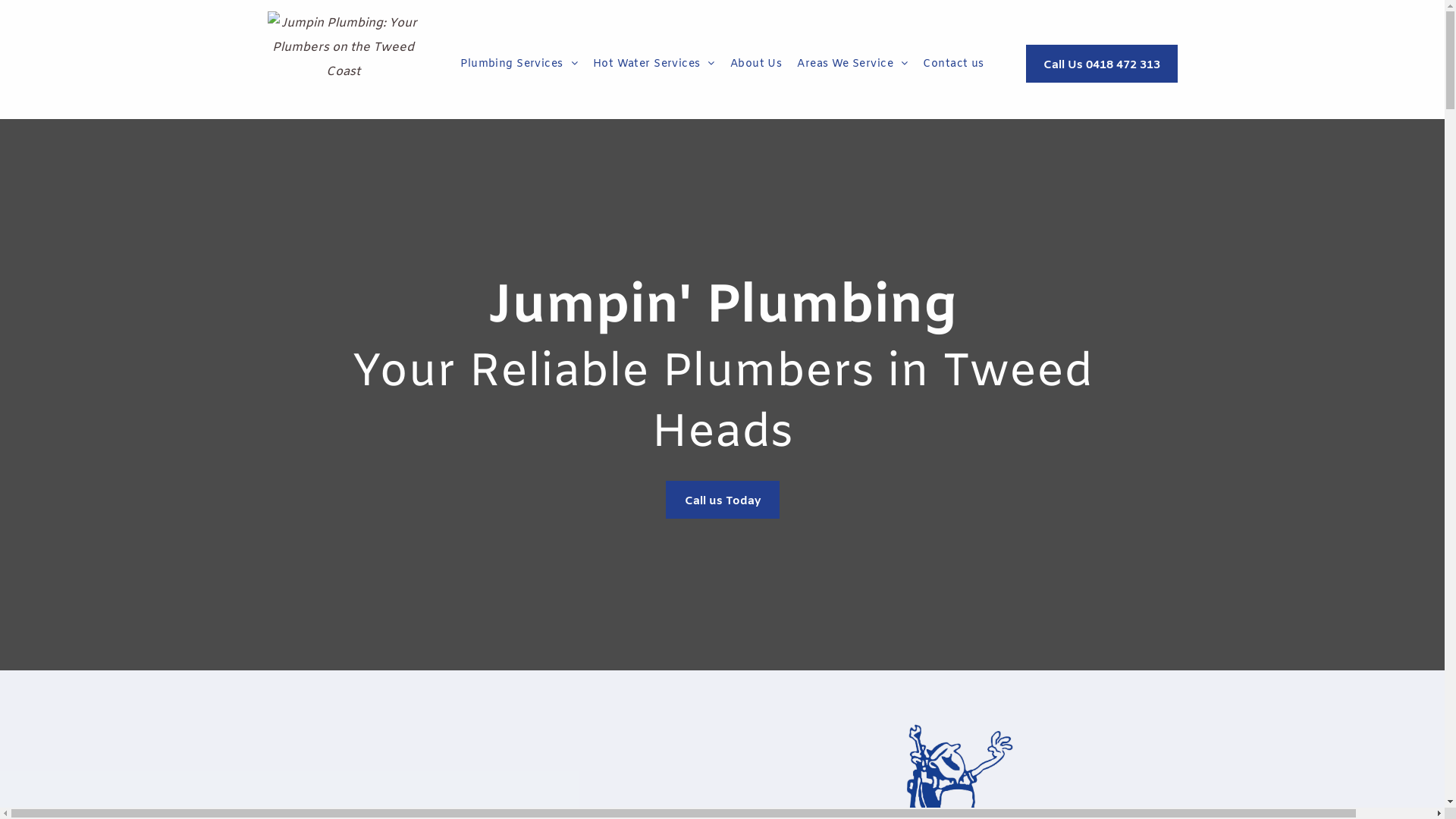 The height and width of the screenshot is (819, 1456). I want to click on 'Areas We Service', so click(852, 63).